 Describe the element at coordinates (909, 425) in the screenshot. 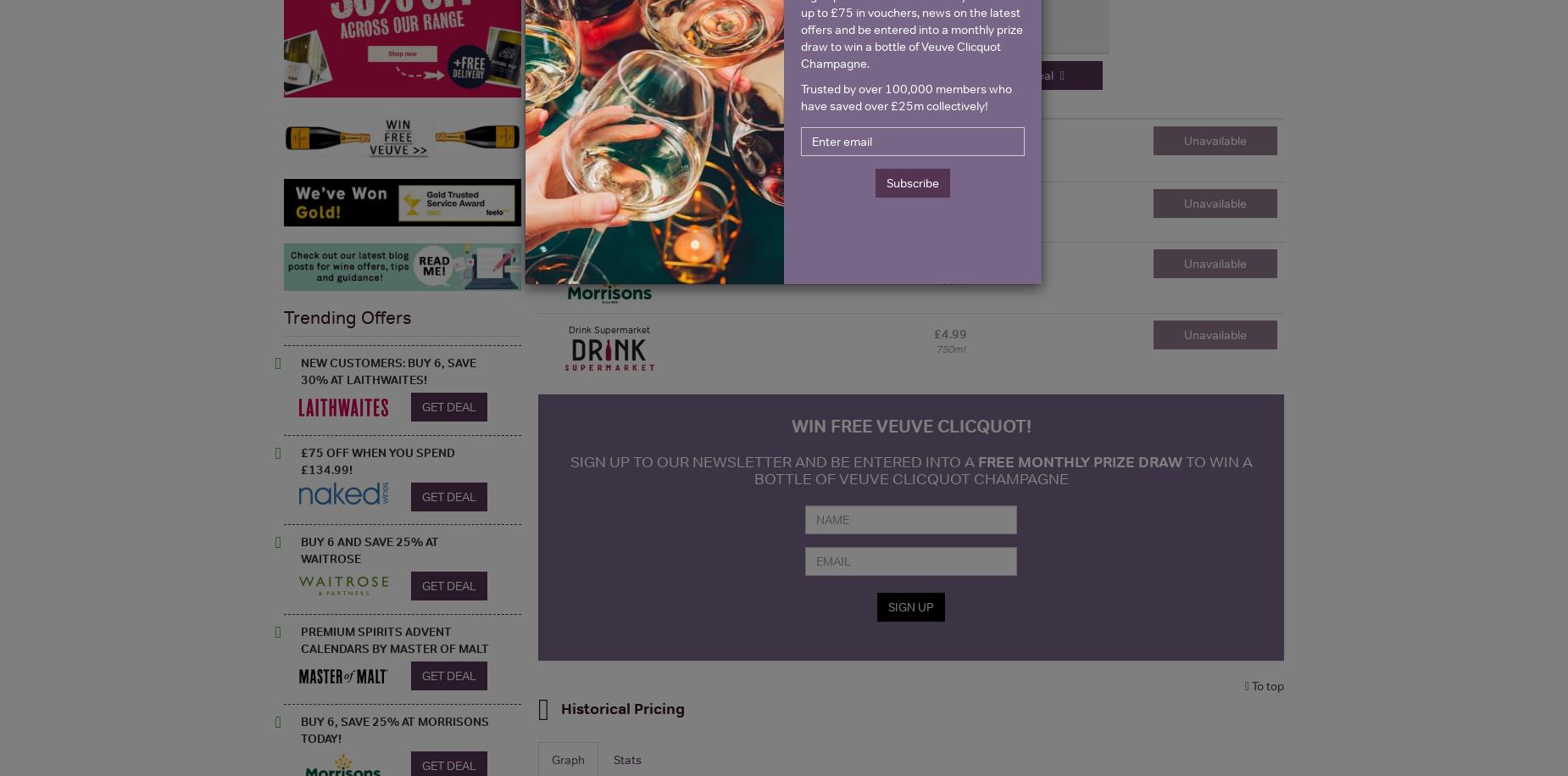

I see `'Win free Veuve Clicquot!'` at that location.